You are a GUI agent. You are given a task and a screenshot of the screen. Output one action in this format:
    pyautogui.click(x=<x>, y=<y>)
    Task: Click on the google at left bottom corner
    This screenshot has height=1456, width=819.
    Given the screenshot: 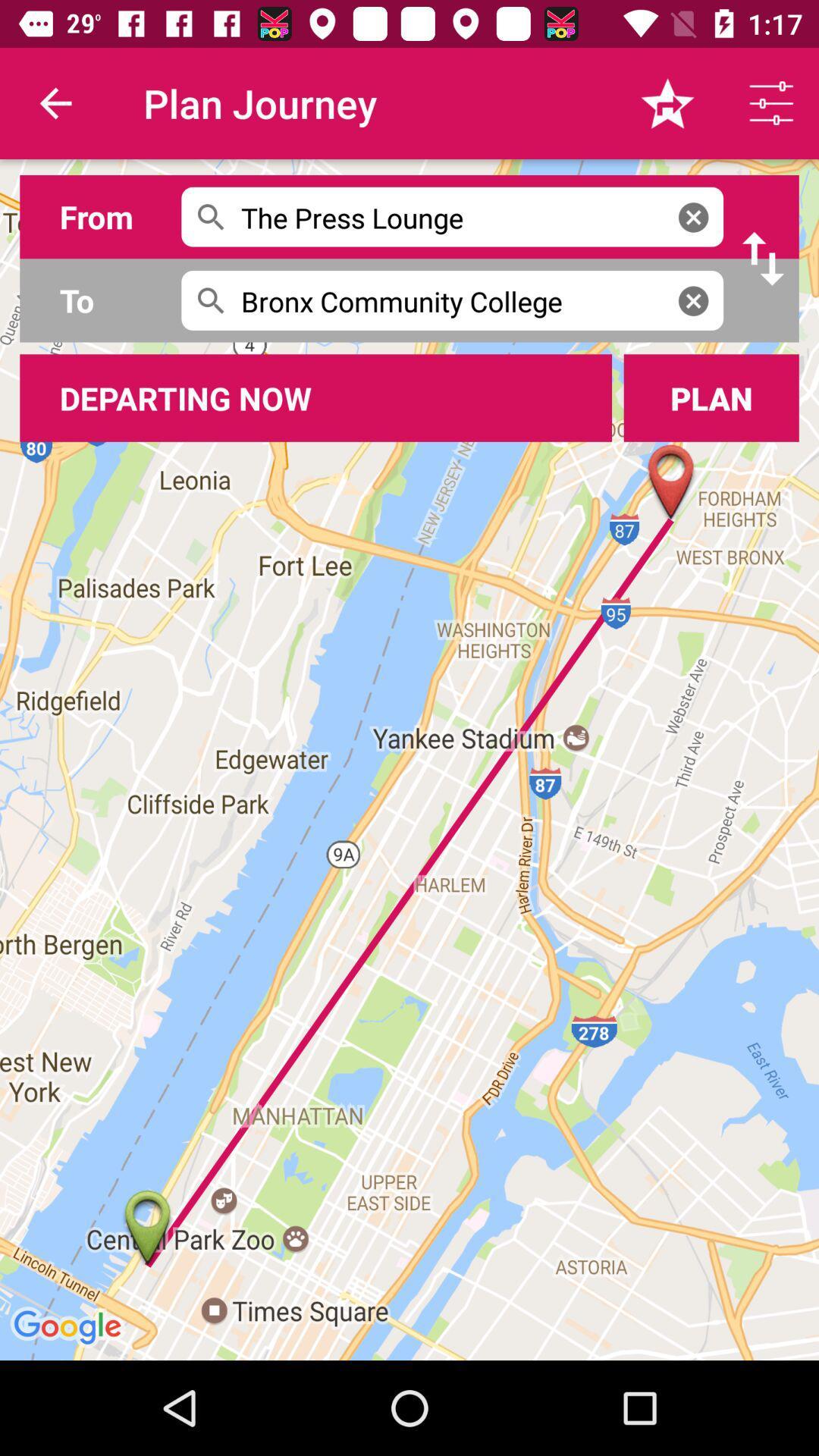 What is the action you would take?
    pyautogui.click(x=70, y=1328)
    